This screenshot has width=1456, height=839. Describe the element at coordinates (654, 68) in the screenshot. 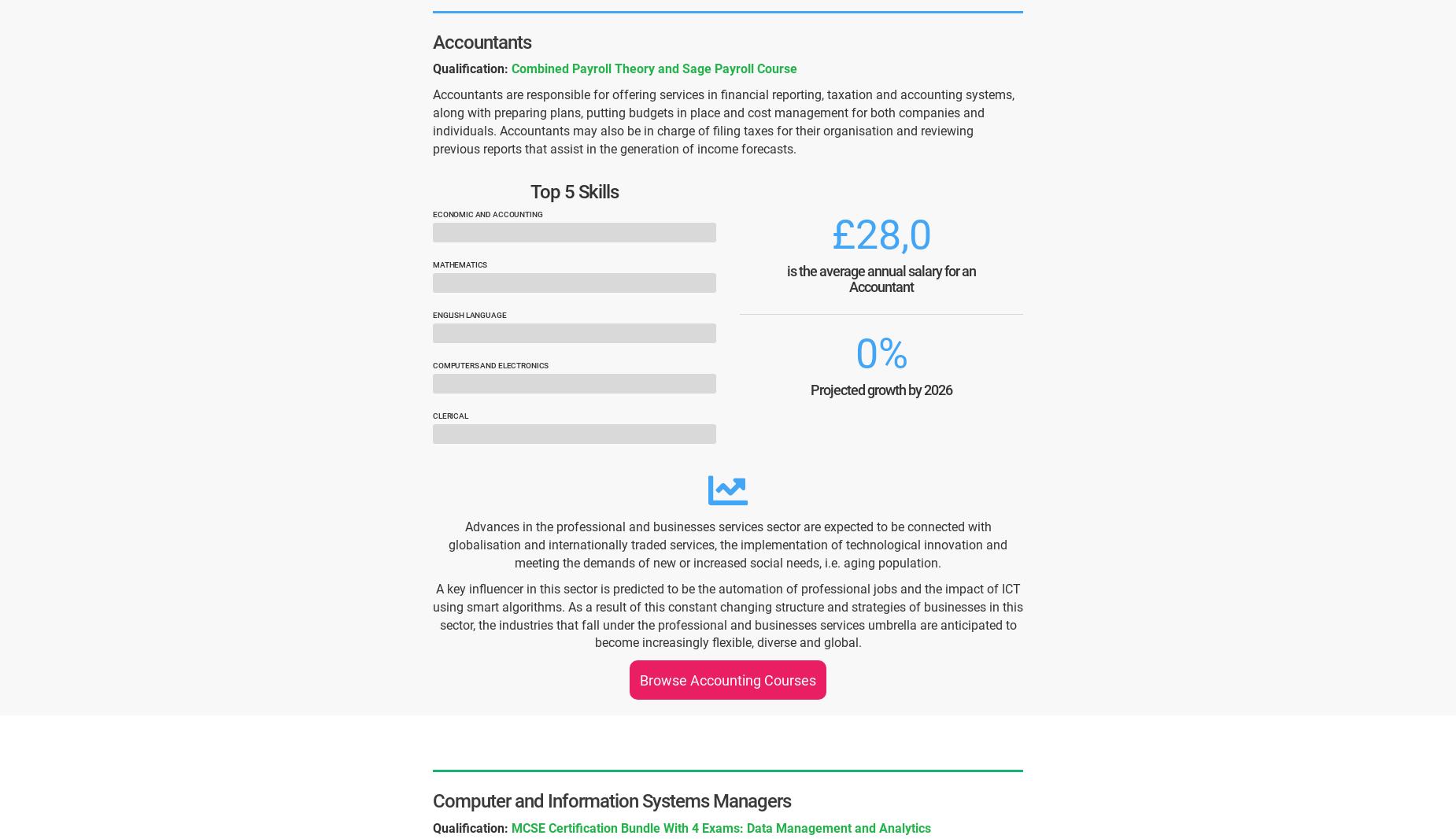

I see `'Combined Payroll Theory and Sage Payroll Course'` at that location.